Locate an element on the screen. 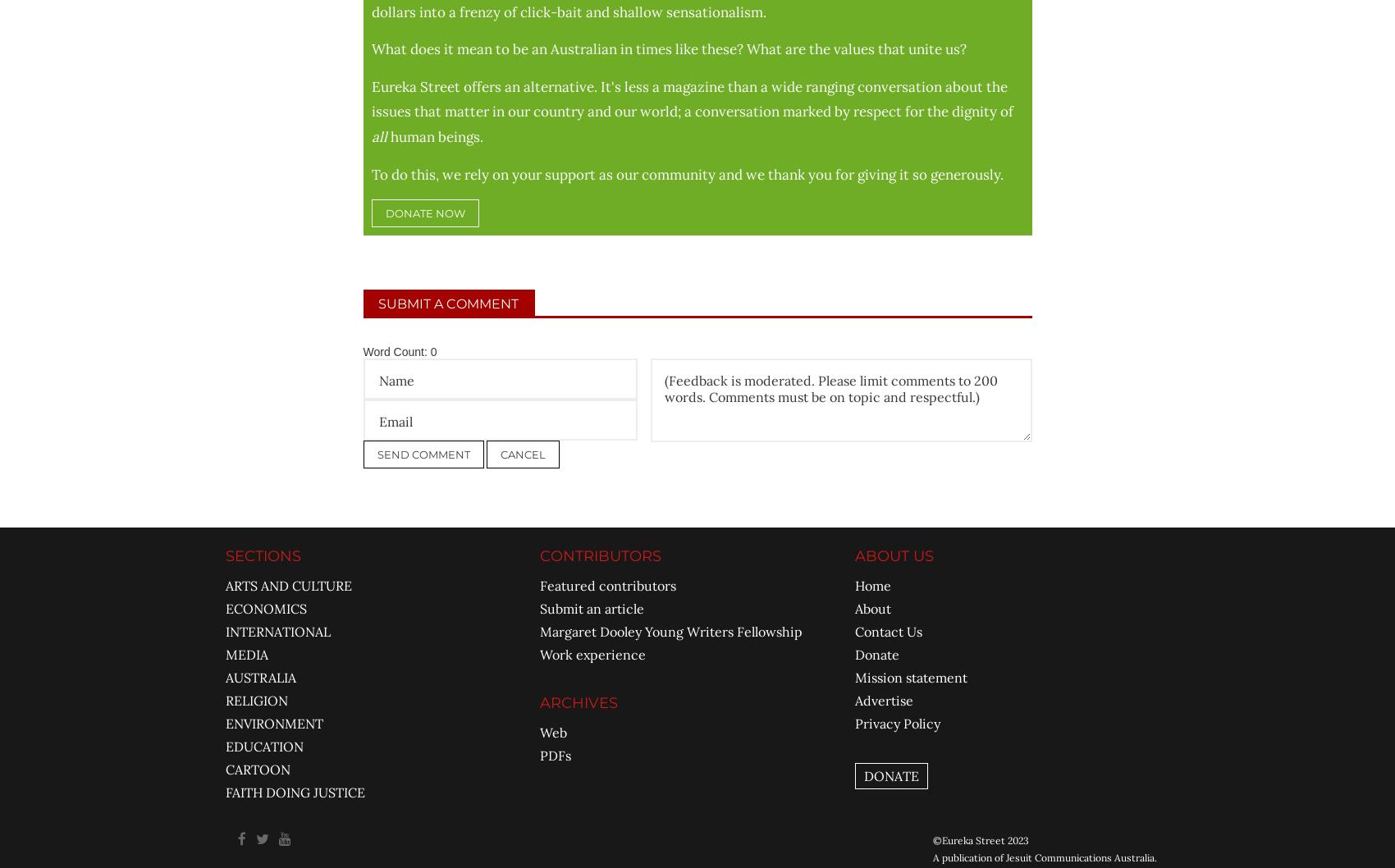 The width and height of the screenshot is (1395, 868). 'MEDIA' is located at coordinates (247, 652).